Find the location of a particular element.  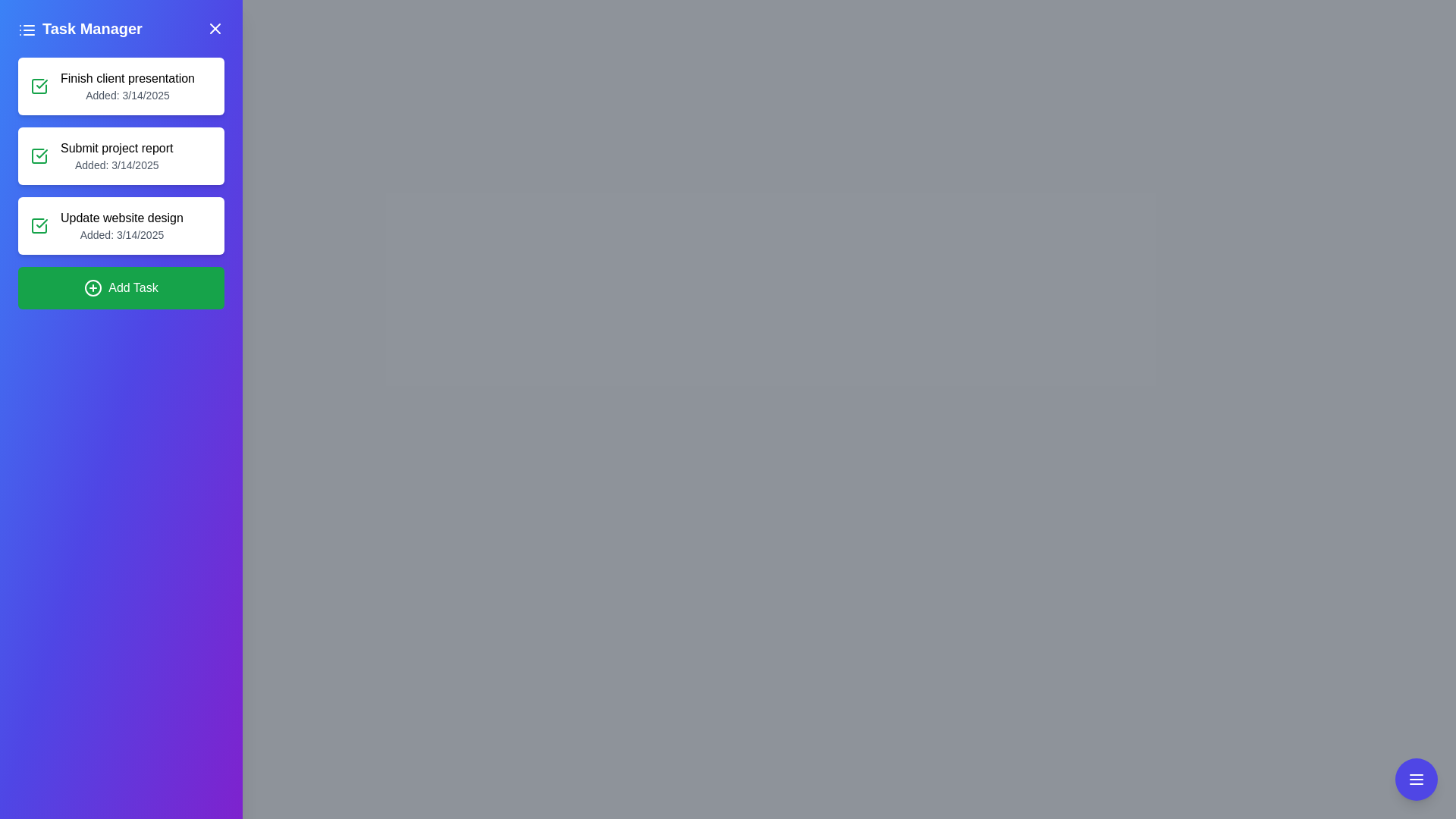

the 'Add Task' button, which is a green rectangular button containing an icon for adding a new task, located at the bottom of the list section is located at coordinates (93, 288).